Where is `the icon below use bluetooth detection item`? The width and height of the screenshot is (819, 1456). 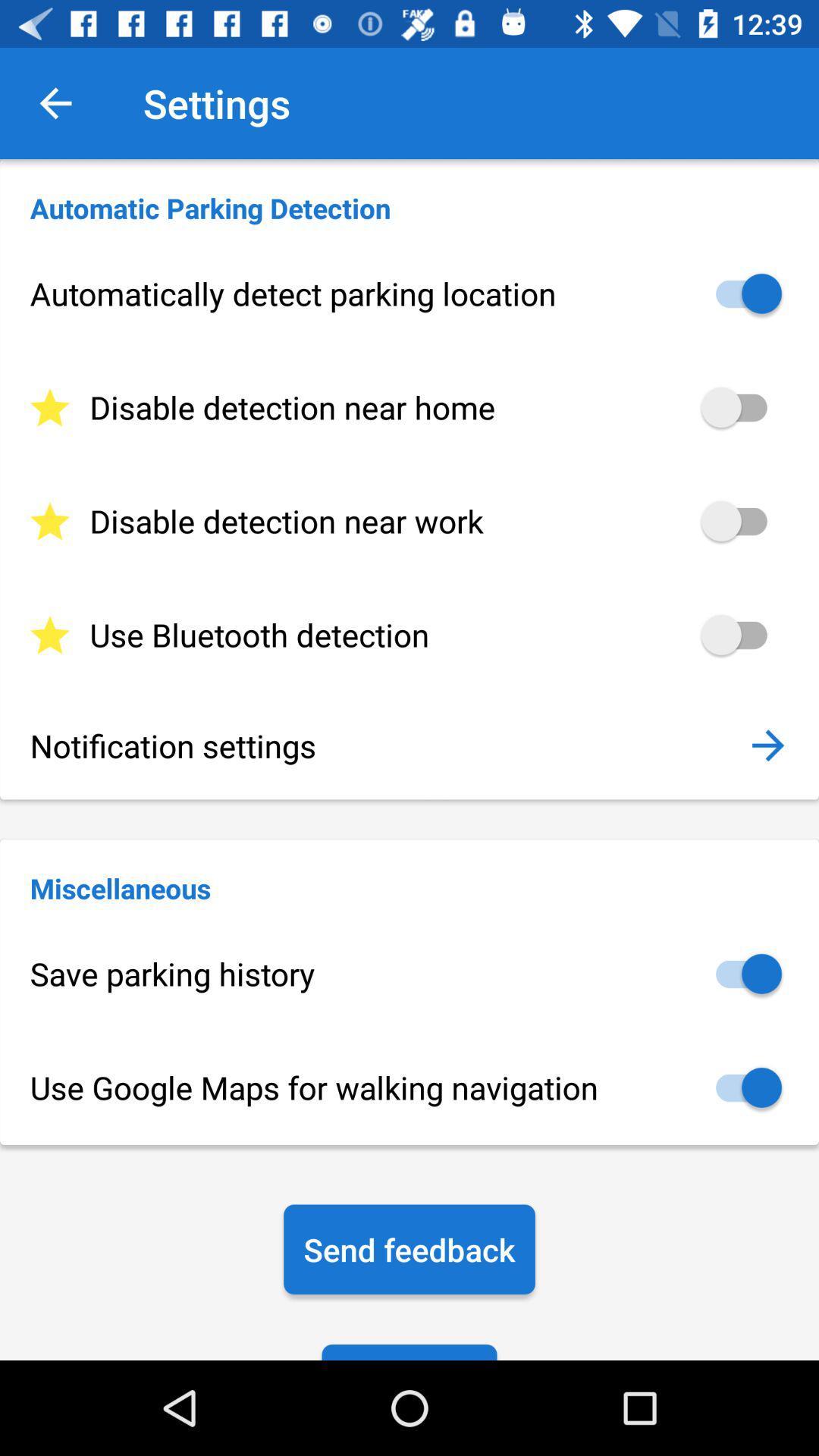 the icon below use bluetooth detection item is located at coordinates (388, 745).